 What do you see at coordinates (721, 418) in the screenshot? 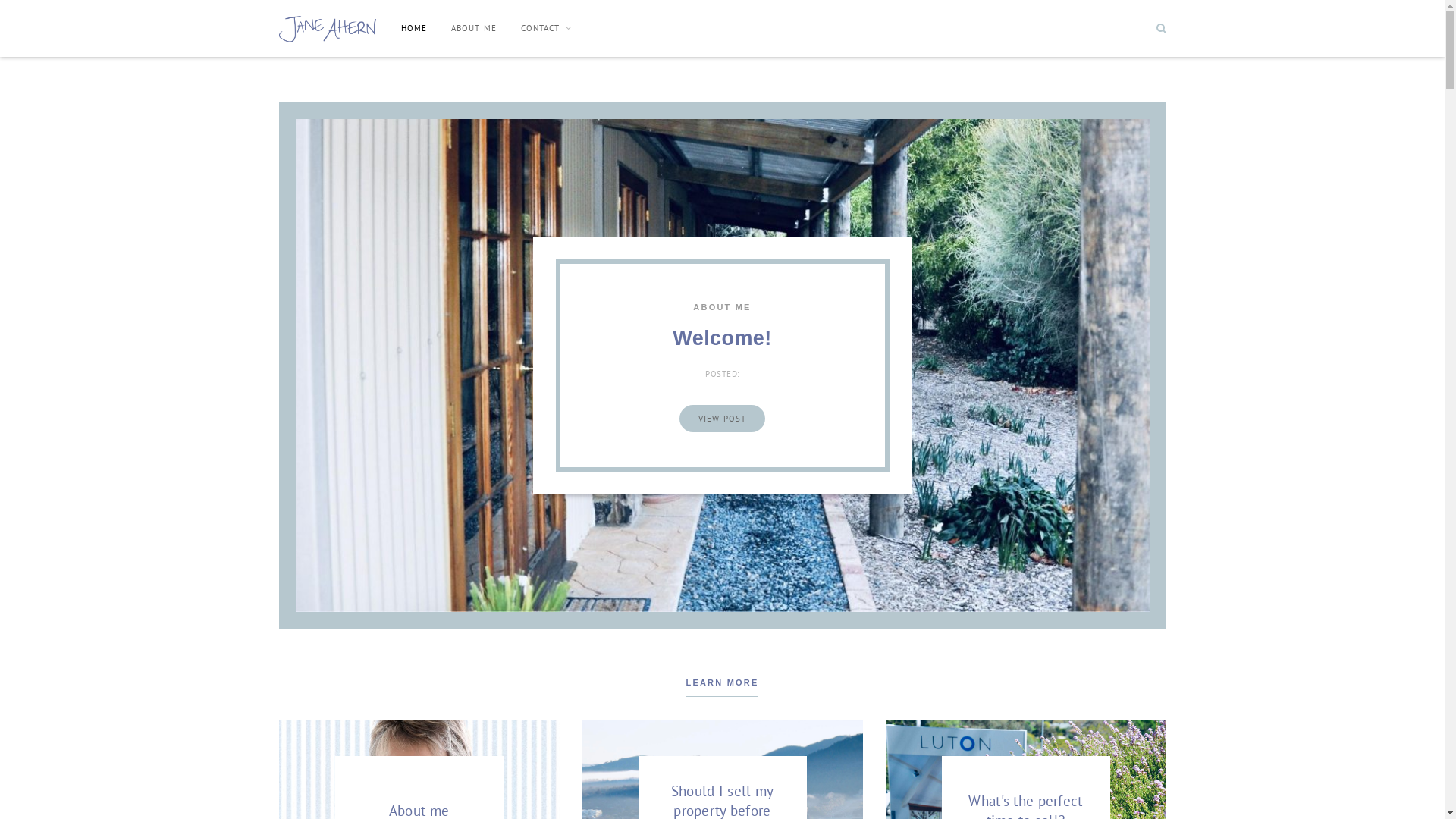
I see `'VIEW POST'` at bounding box center [721, 418].